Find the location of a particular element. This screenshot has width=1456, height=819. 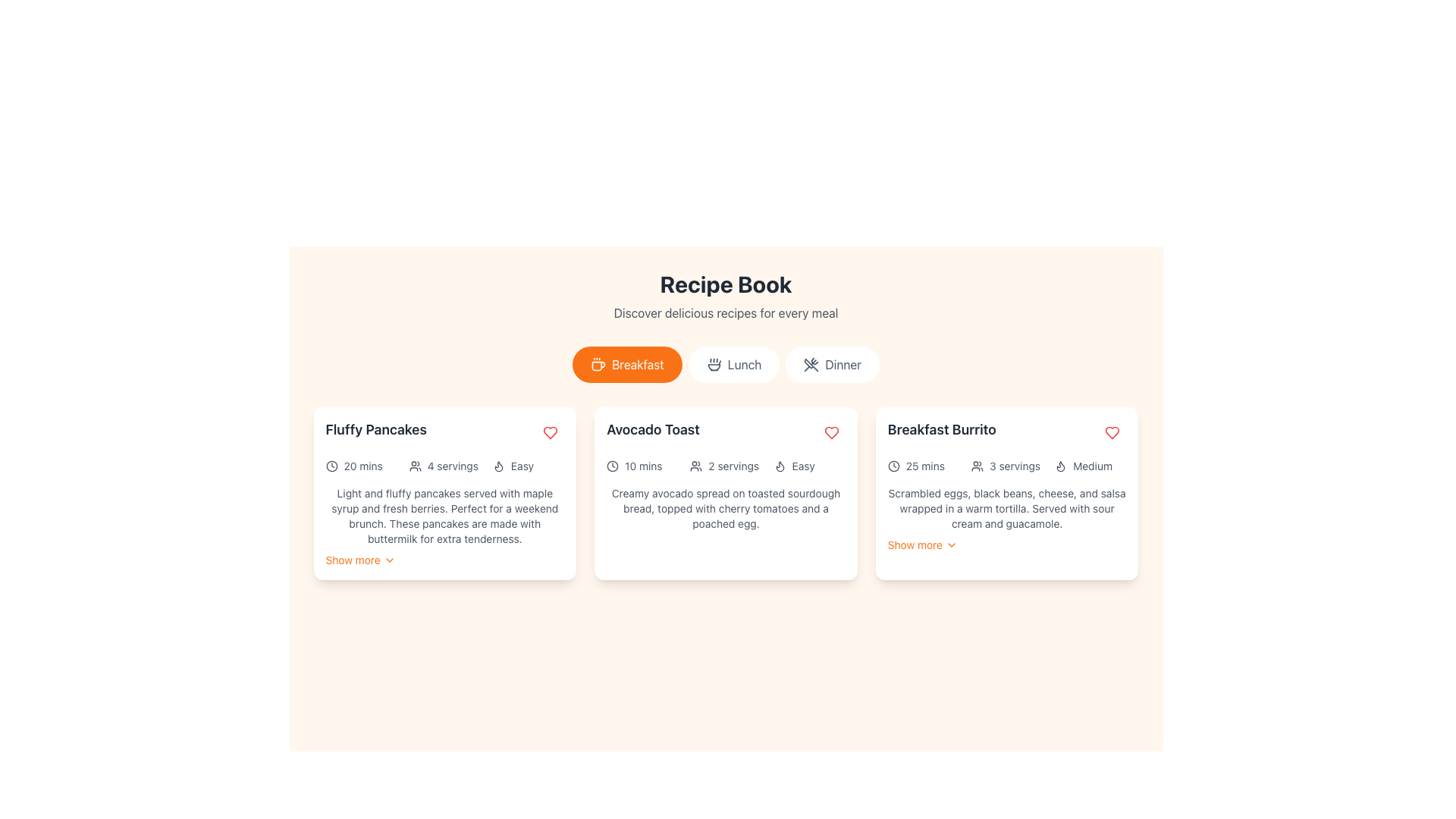

the informational label with the text 'Easy' and flame icon for accessibility, located in the bottom row of the leftmost card under the 'Fluffy Pancakes' heading is located at coordinates (528, 465).